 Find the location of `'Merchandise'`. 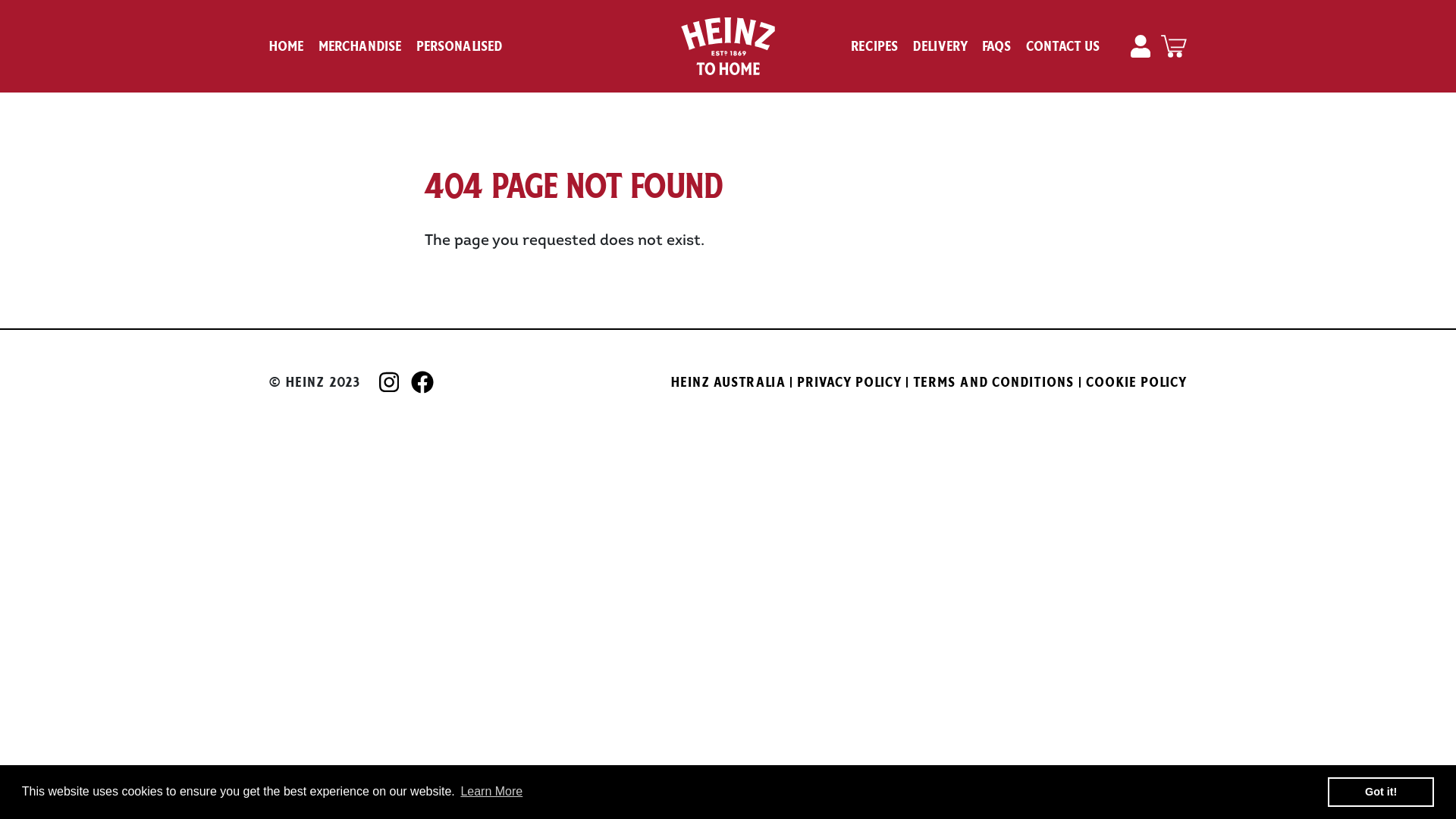

'Merchandise' is located at coordinates (318, 45).